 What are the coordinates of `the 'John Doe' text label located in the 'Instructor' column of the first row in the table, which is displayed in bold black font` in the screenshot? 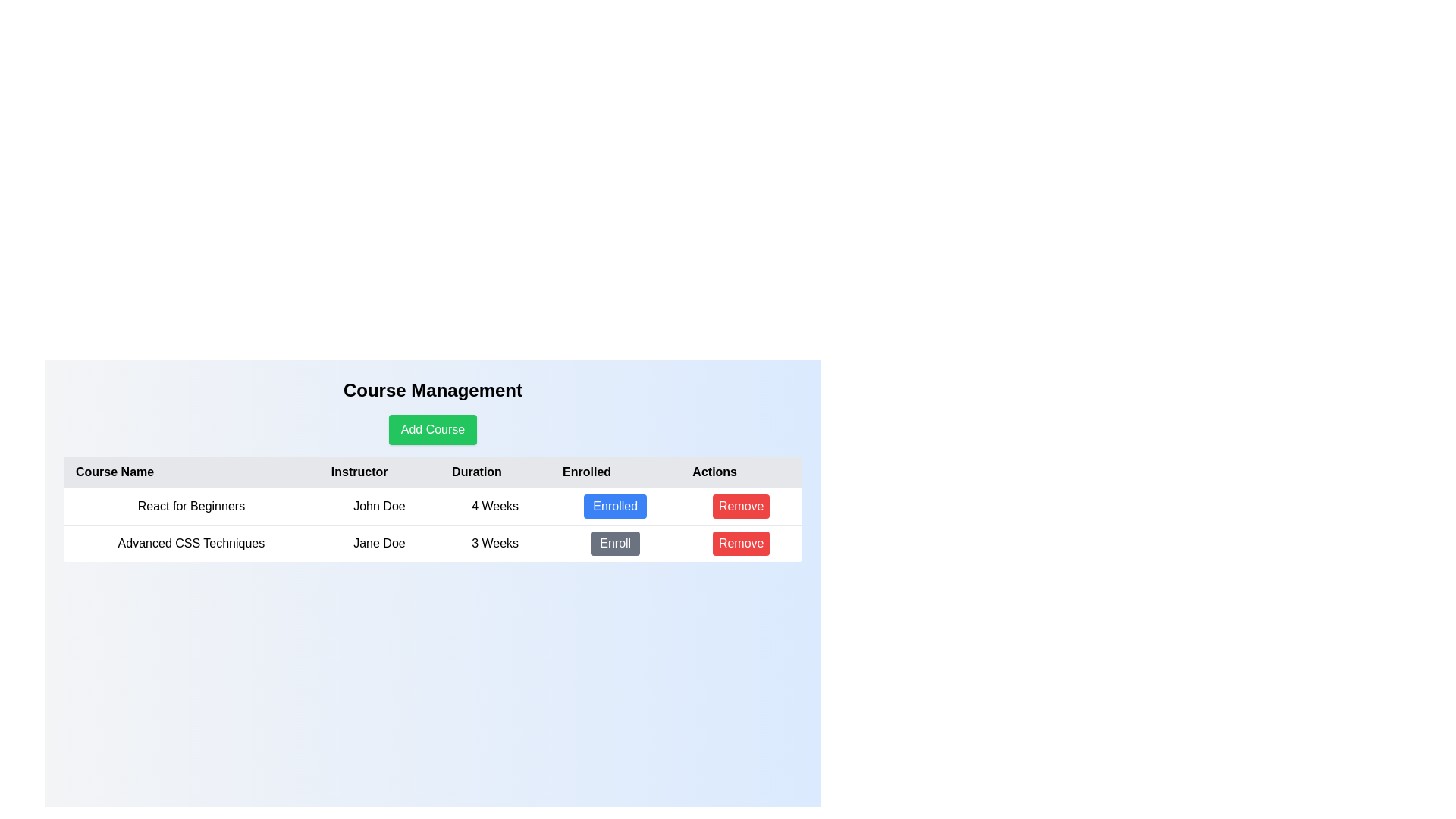 It's located at (379, 506).